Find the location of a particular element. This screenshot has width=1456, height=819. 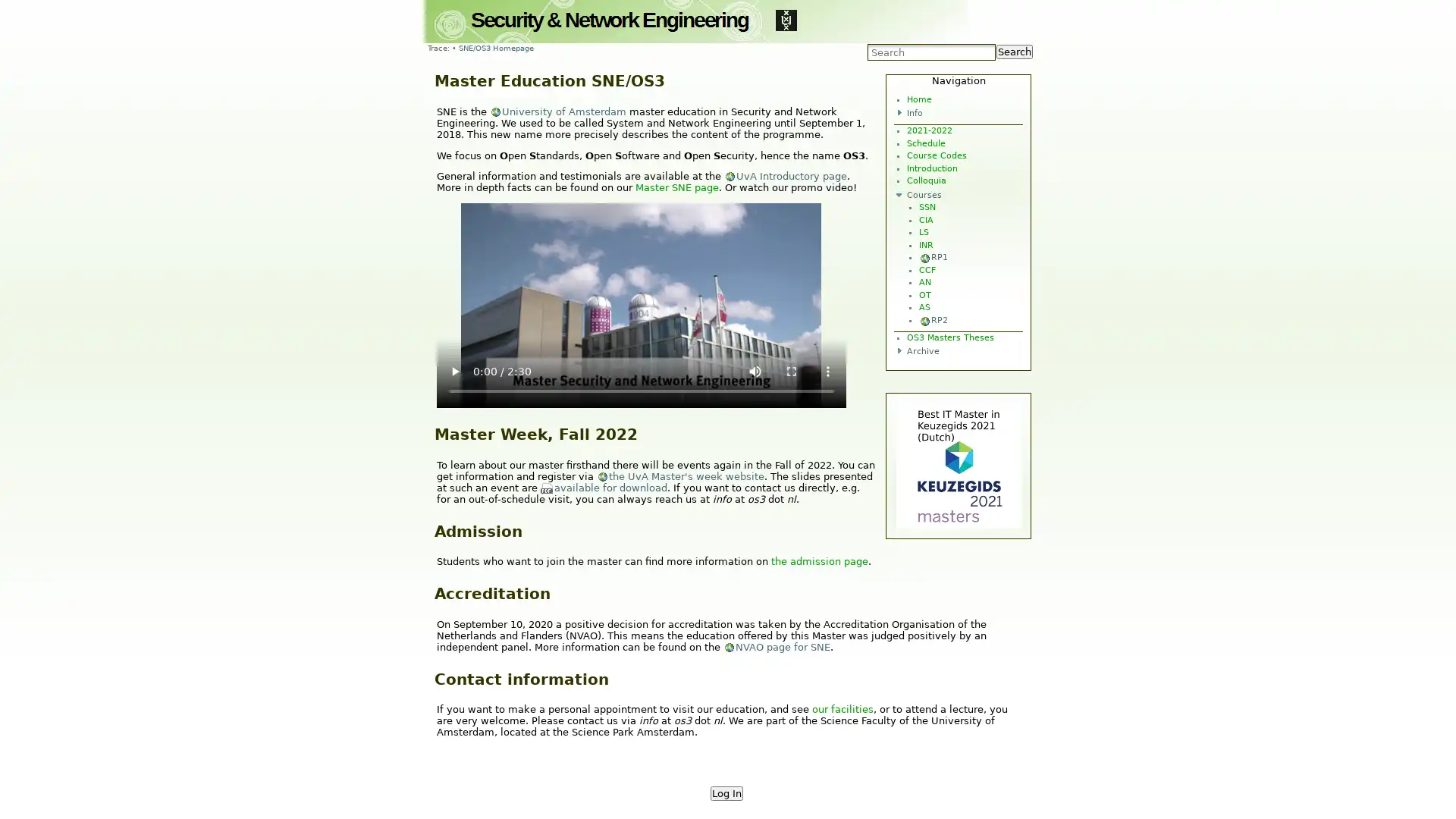

Search is located at coordinates (1015, 50).